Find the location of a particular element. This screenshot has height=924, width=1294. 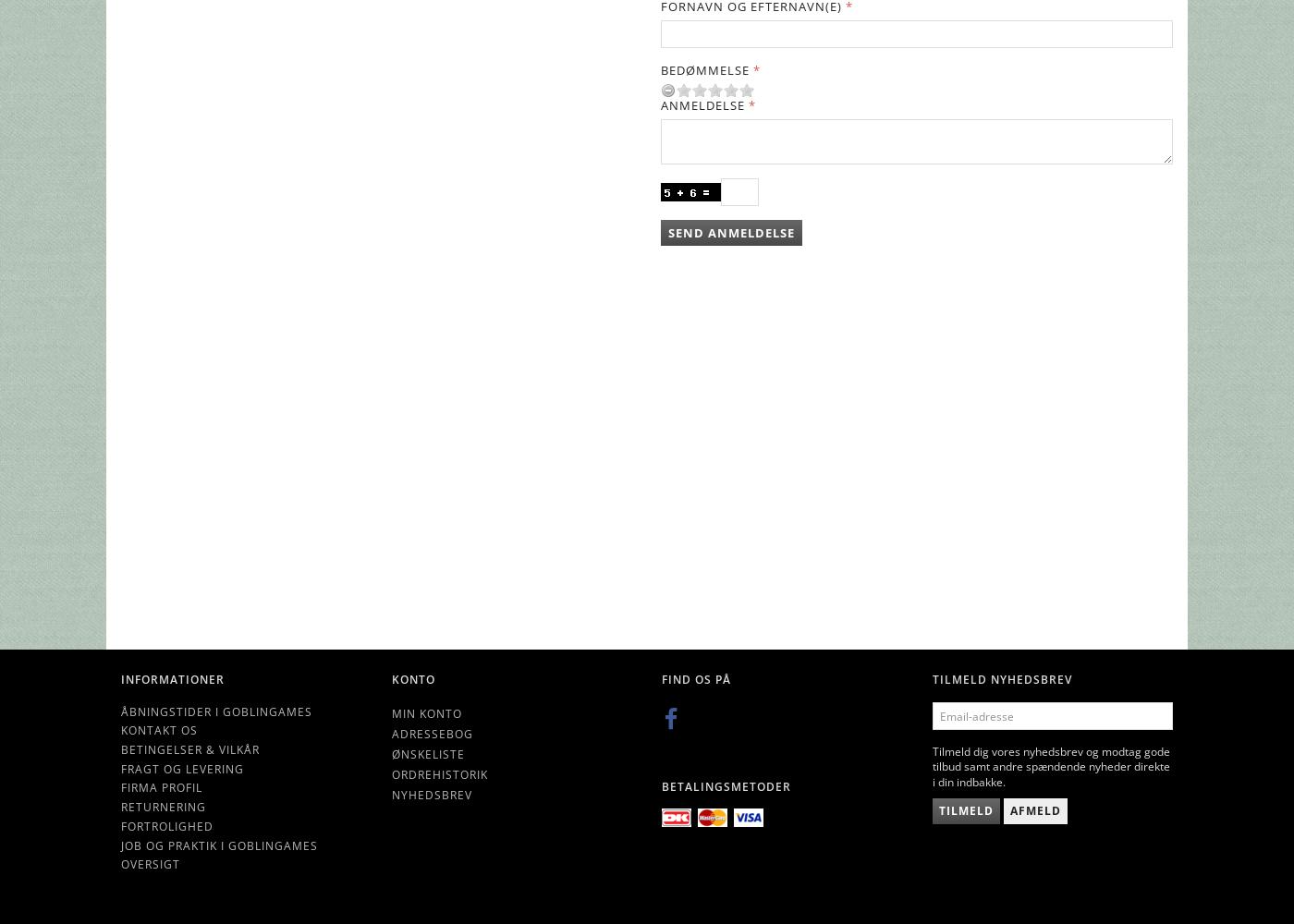

'Fortrolighed' is located at coordinates (121, 825).